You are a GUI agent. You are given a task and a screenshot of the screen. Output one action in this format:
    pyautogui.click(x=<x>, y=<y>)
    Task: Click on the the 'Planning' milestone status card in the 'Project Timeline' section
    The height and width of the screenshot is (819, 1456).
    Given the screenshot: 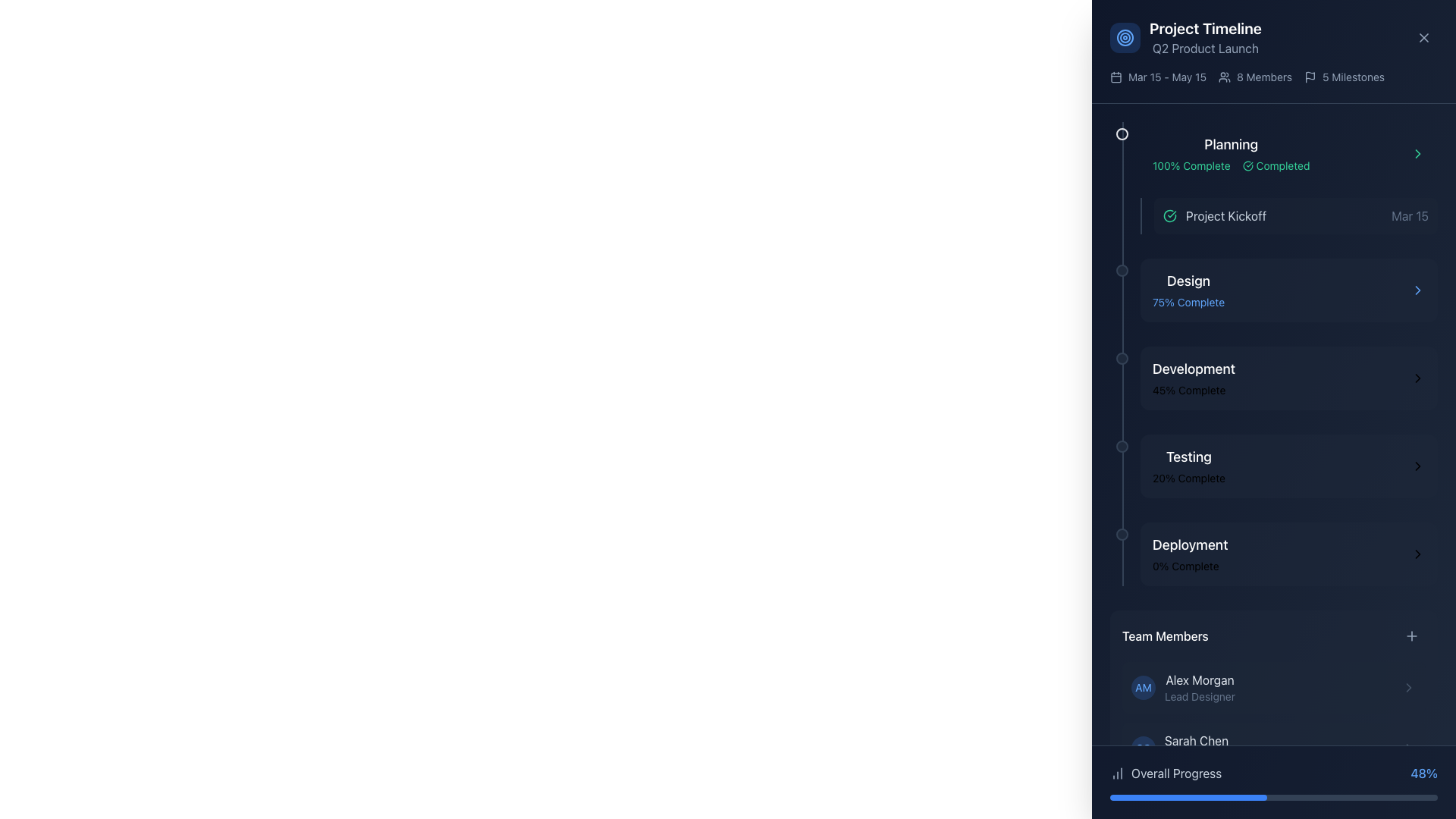 What is the action you would take?
    pyautogui.click(x=1288, y=154)
    